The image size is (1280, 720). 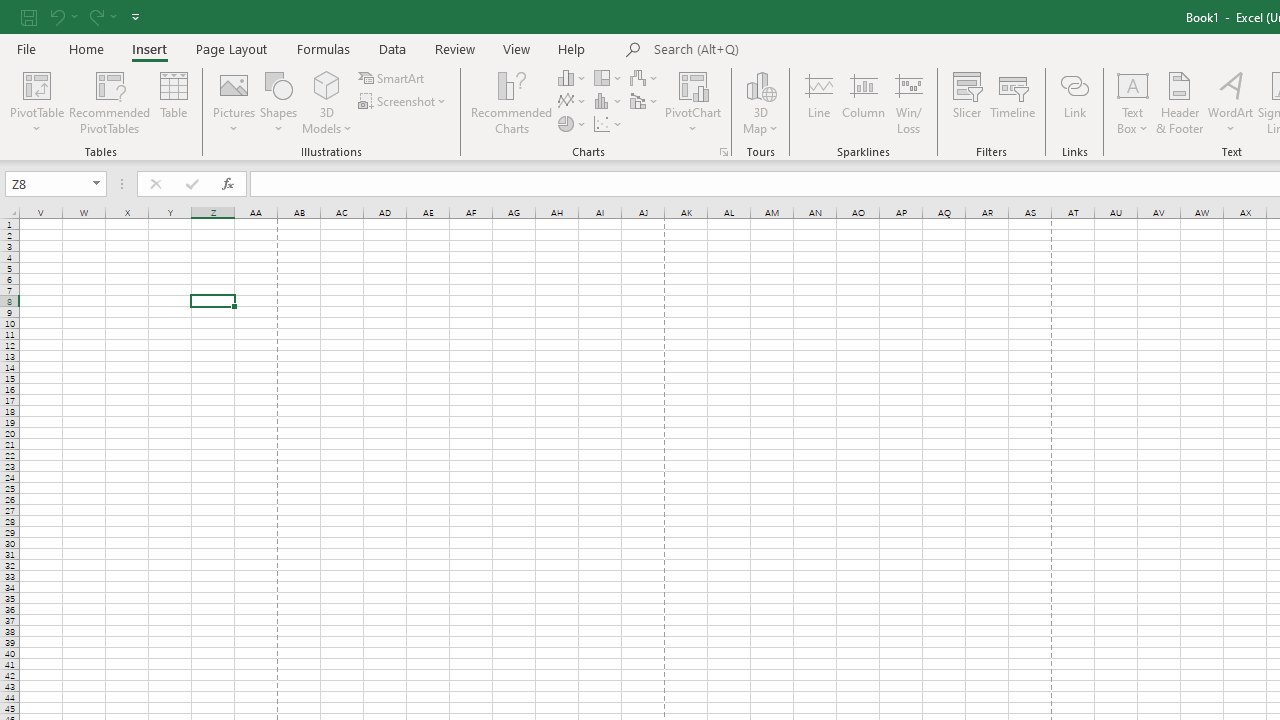 What do you see at coordinates (174, 103) in the screenshot?
I see `'Table'` at bounding box center [174, 103].